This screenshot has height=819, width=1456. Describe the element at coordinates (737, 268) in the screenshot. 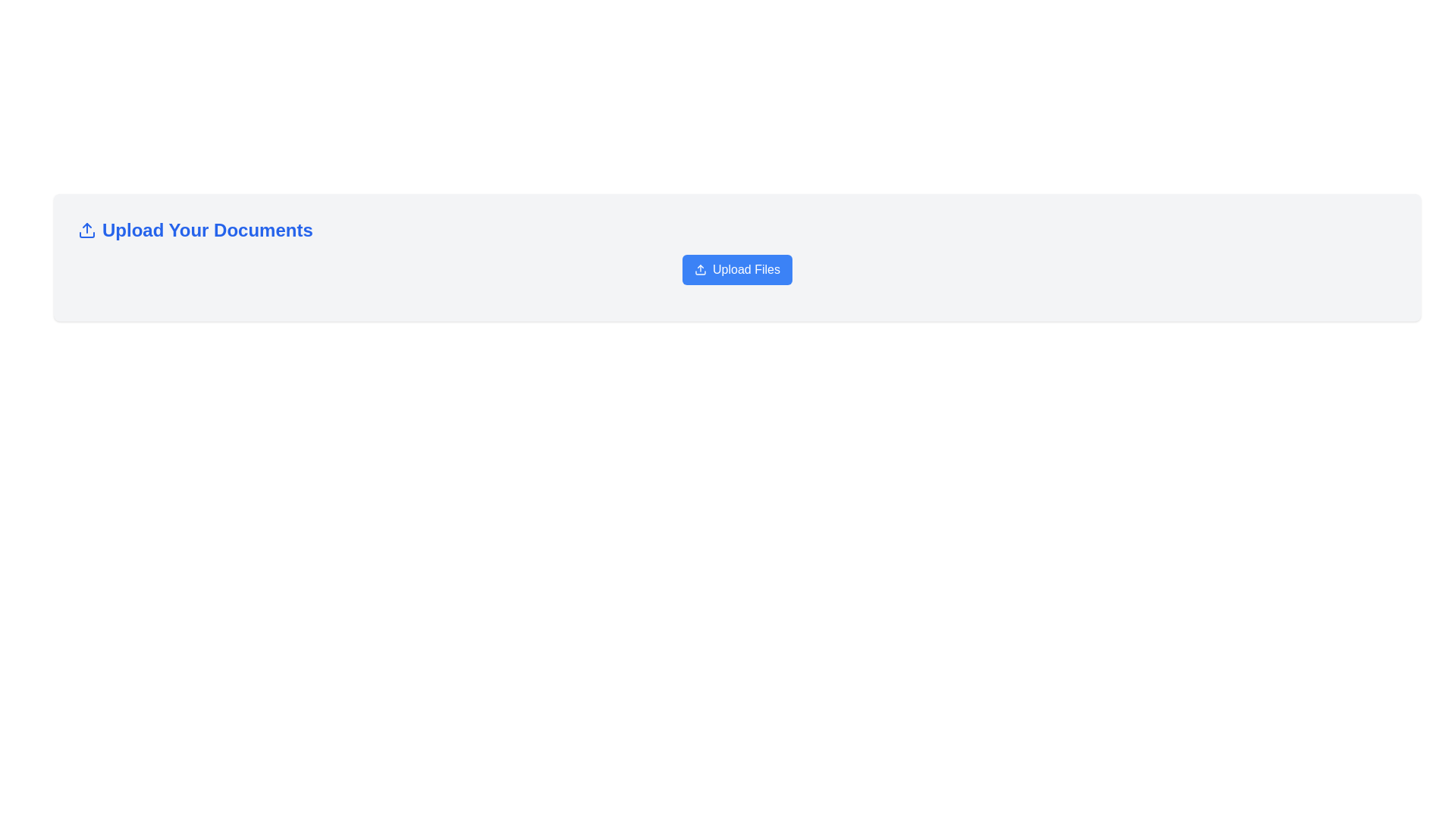

I see `the blue button with rounded corners labeled 'Upload Files'` at that location.